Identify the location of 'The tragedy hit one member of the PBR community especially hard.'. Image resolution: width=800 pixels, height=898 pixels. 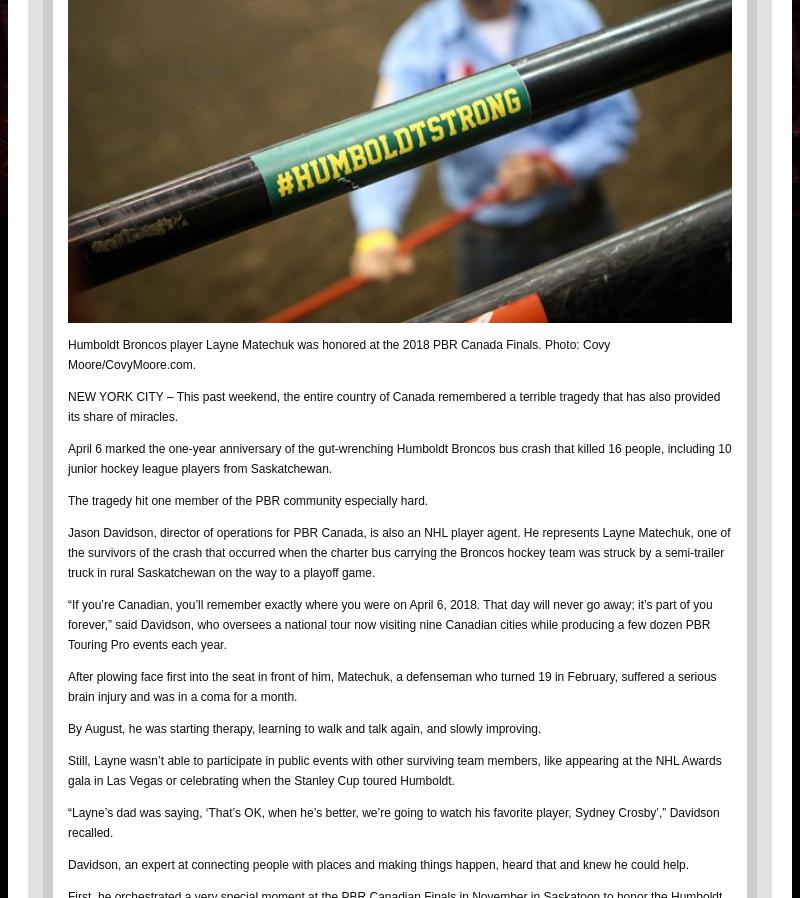
(247, 499).